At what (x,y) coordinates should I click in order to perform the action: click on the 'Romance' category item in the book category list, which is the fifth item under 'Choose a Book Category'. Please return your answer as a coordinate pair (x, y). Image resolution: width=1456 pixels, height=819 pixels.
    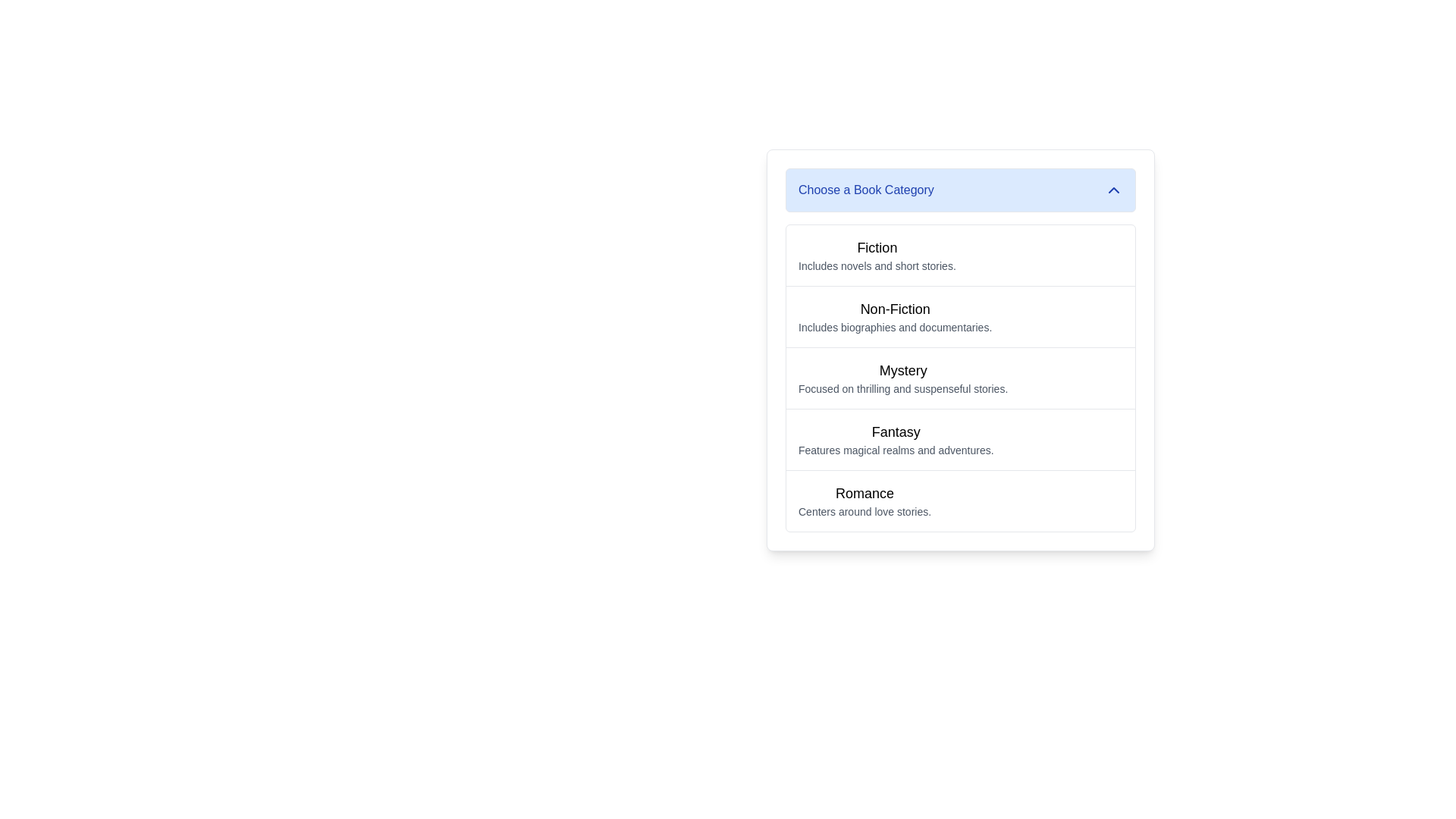
    Looking at the image, I should click on (960, 500).